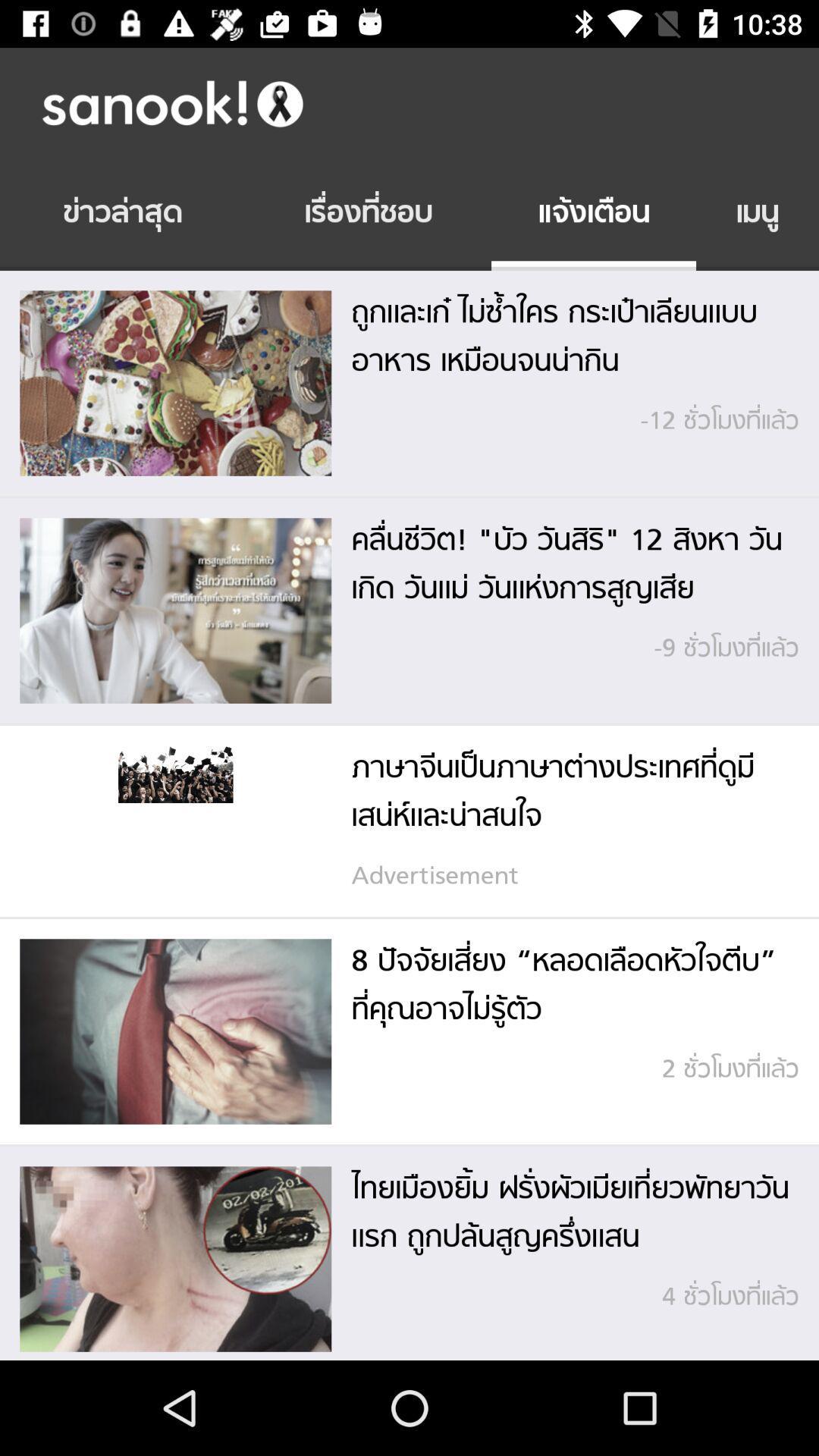  Describe the element at coordinates (565, 877) in the screenshot. I see `advertisement item` at that location.